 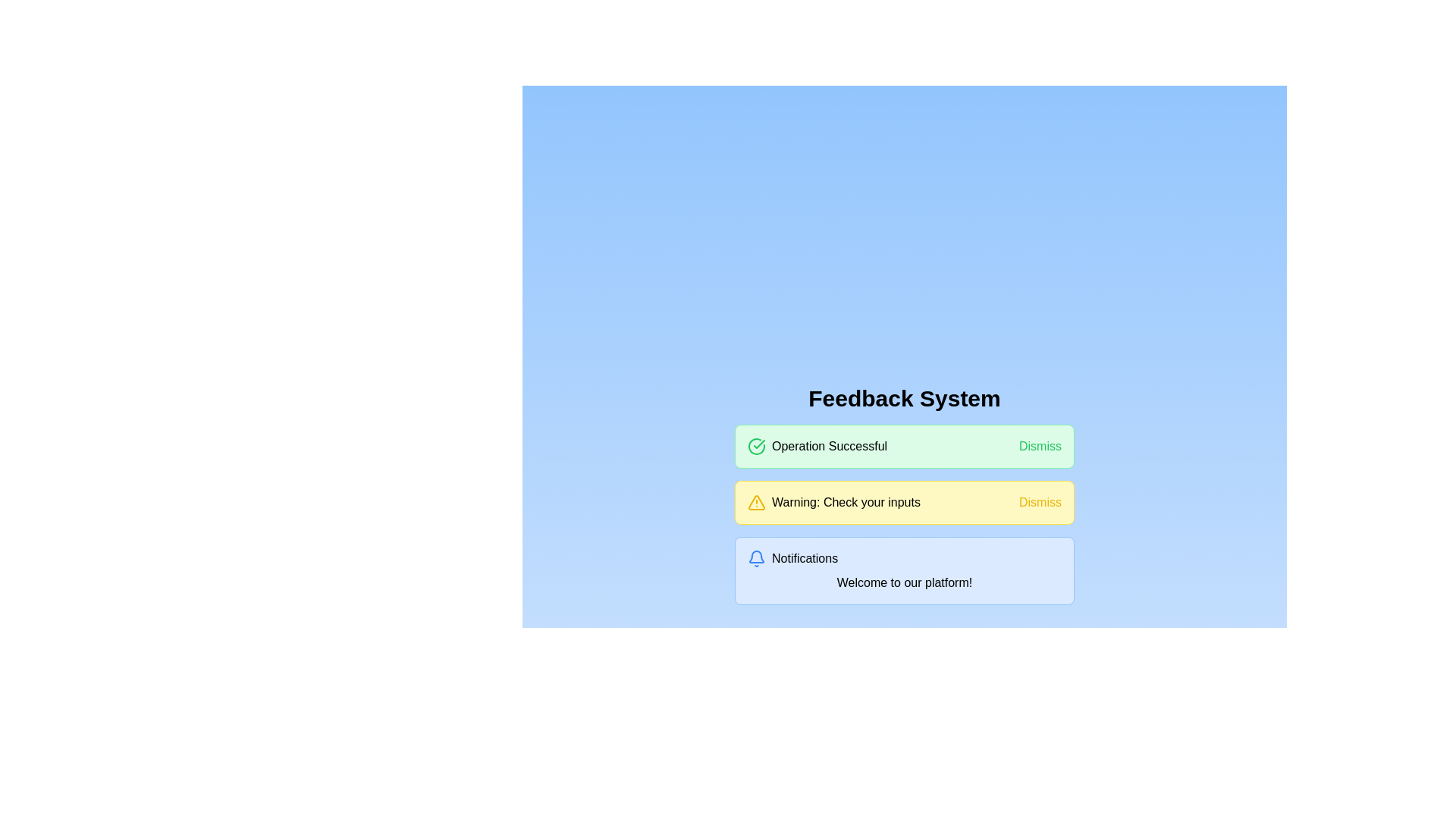 What do you see at coordinates (905, 582) in the screenshot?
I see `the Text Label displaying 'Welcome to our platform!' which is styled inside a blue, rounded rectangle located towards the lower section of the interface` at bounding box center [905, 582].